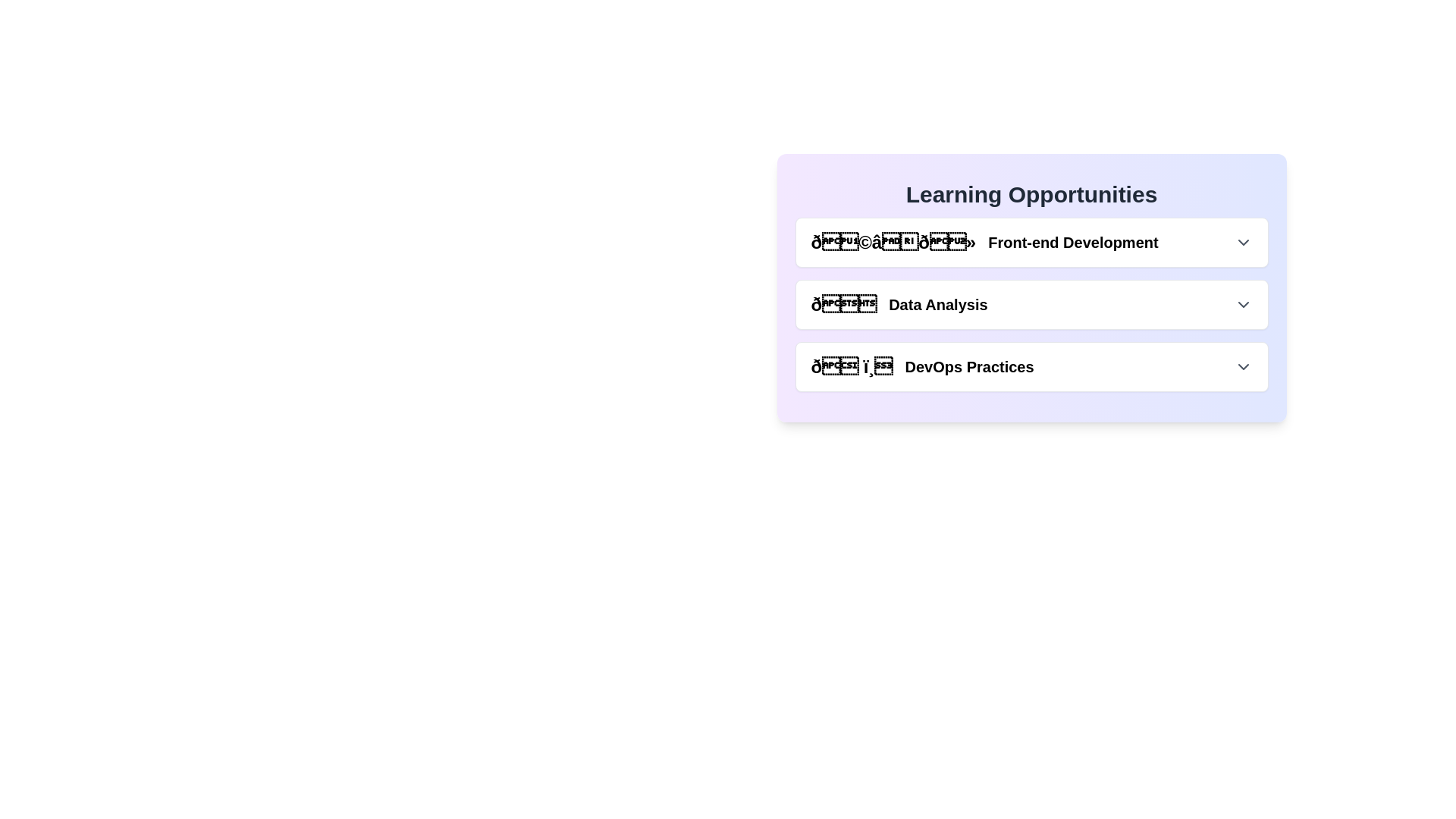 The width and height of the screenshot is (1456, 819). I want to click on the button labeled 'DevOps Practices' with a white background and rounded corners, so click(1031, 366).